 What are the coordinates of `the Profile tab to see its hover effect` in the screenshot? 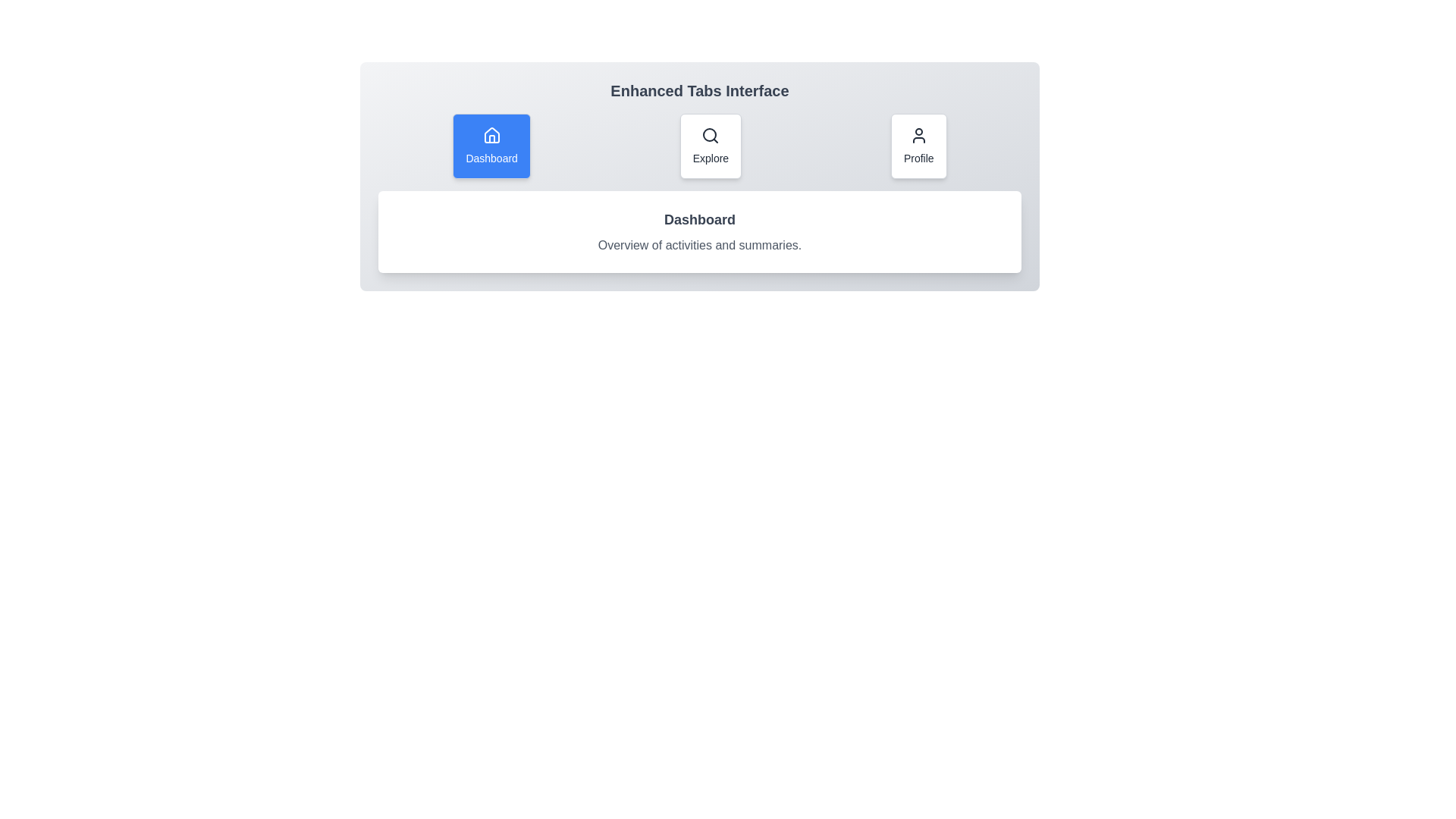 It's located at (918, 146).